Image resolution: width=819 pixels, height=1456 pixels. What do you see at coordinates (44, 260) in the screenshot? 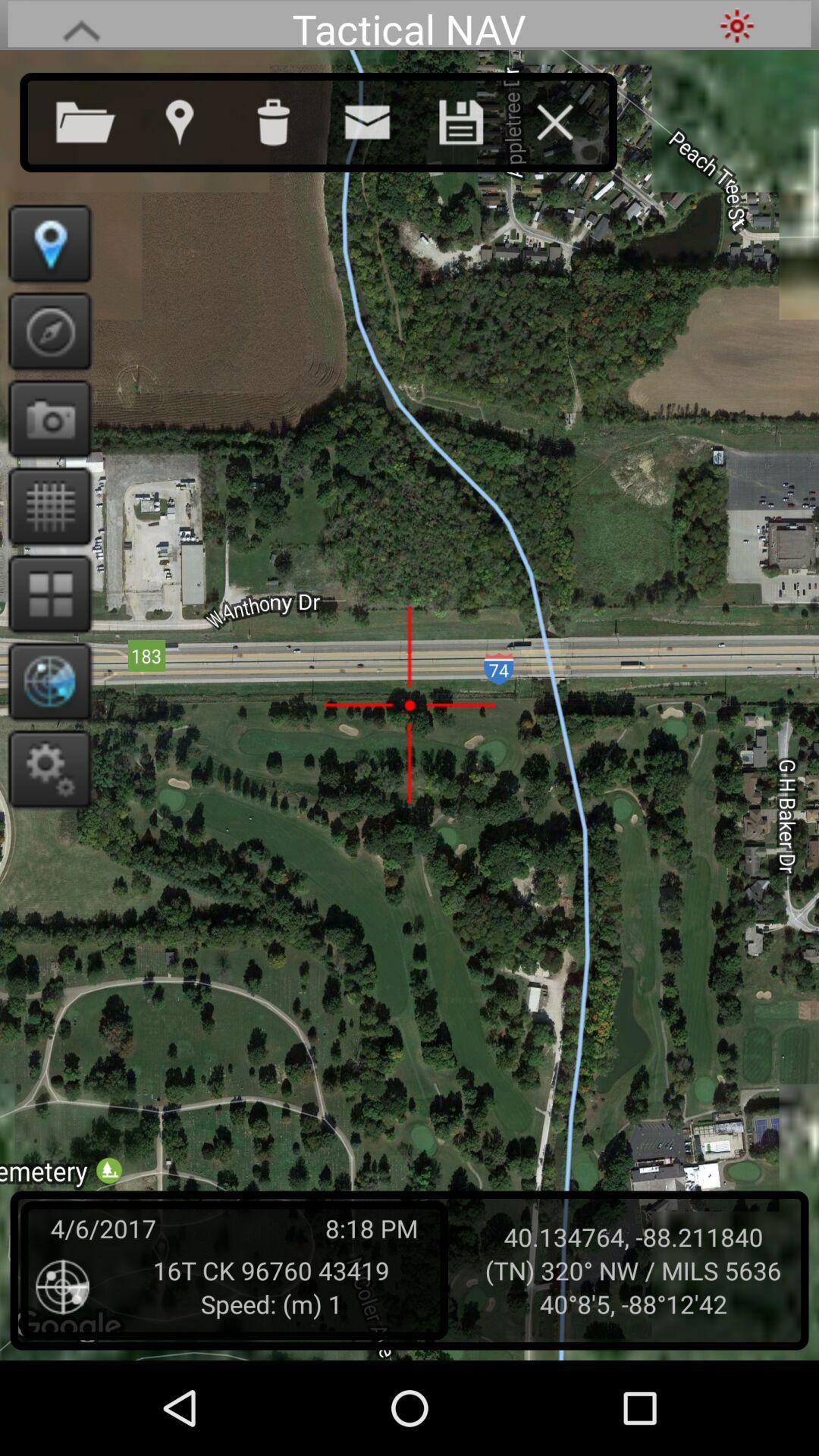
I see `the location icon` at bounding box center [44, 260].